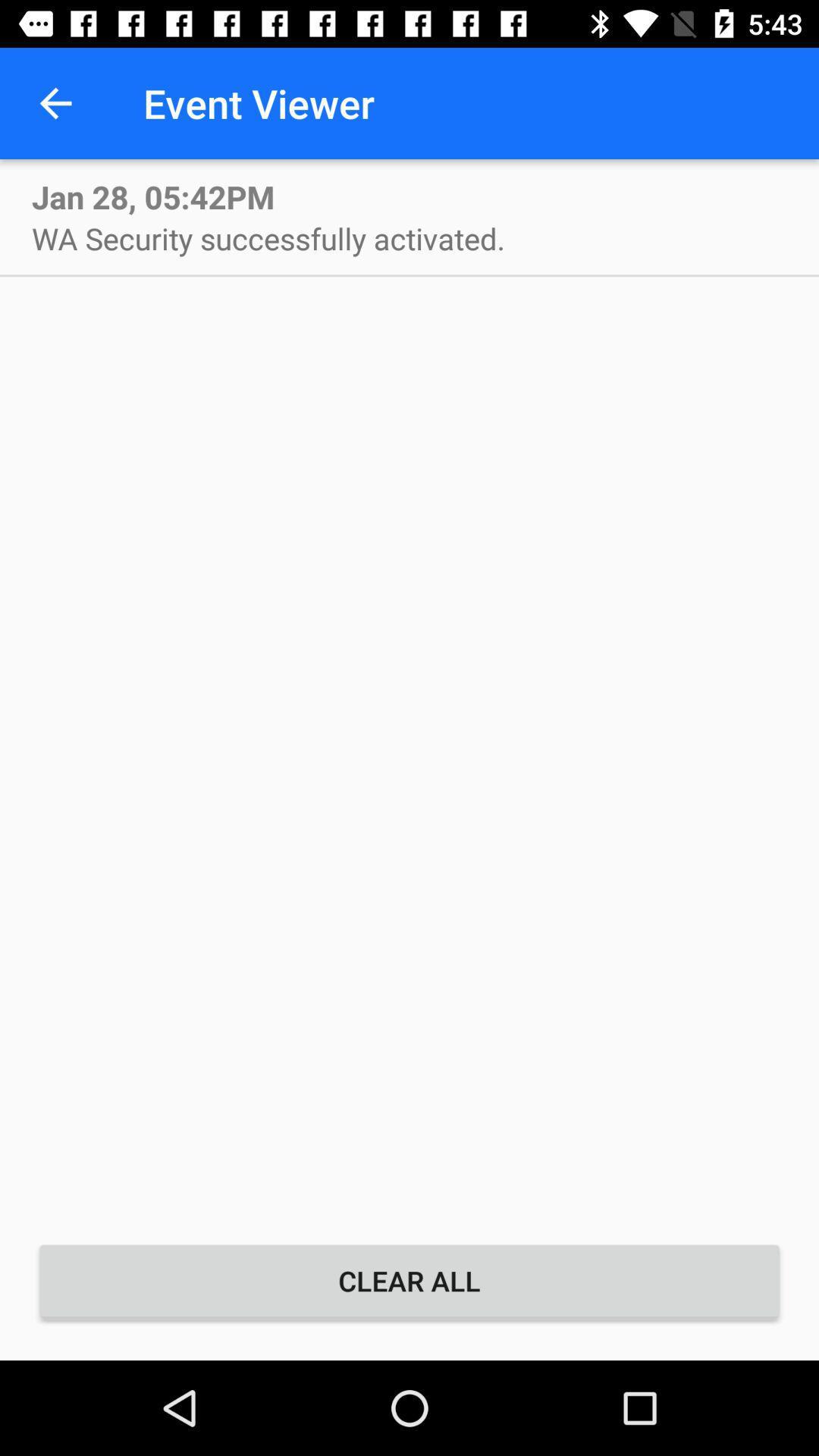 This screenshot has width=819, height=1456. I want to click on the wa security successfully, so click(268, 237).